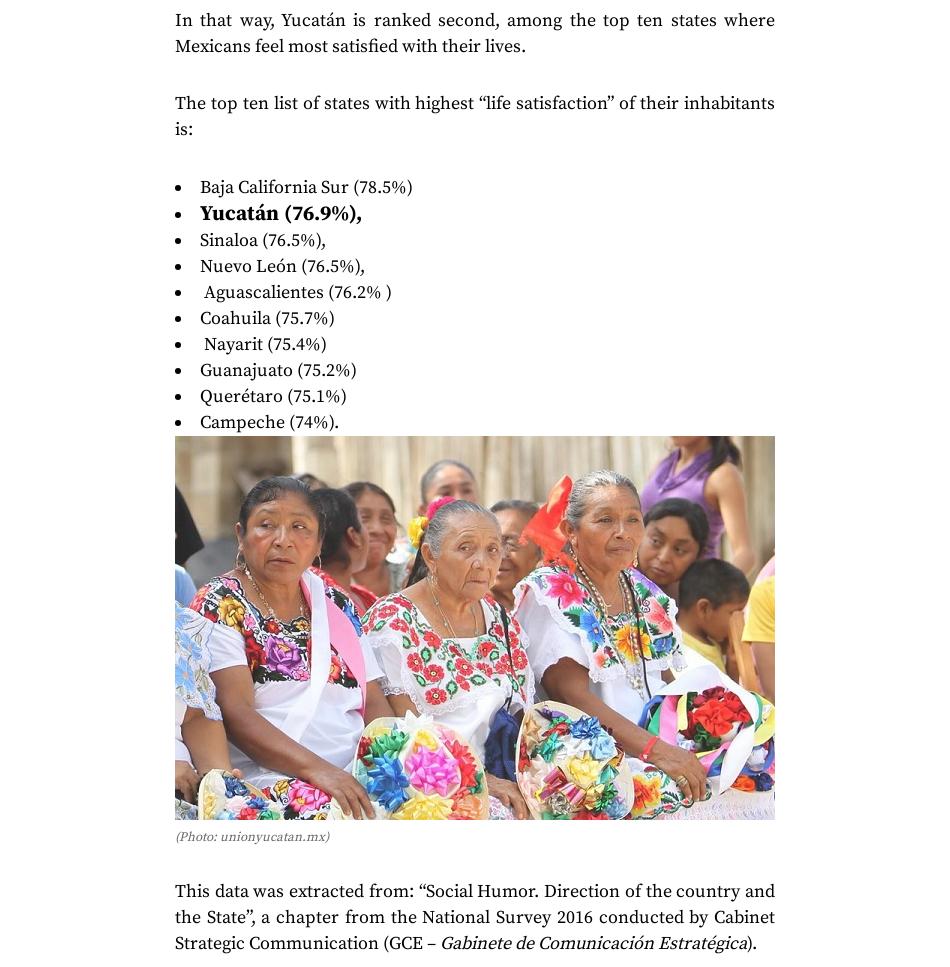 The image size is (950, 967). What do you see at coordinates (266, 317) in the screenshot?
I see `'Coahuila (75.7%)'` at bounding box center [266, 317].